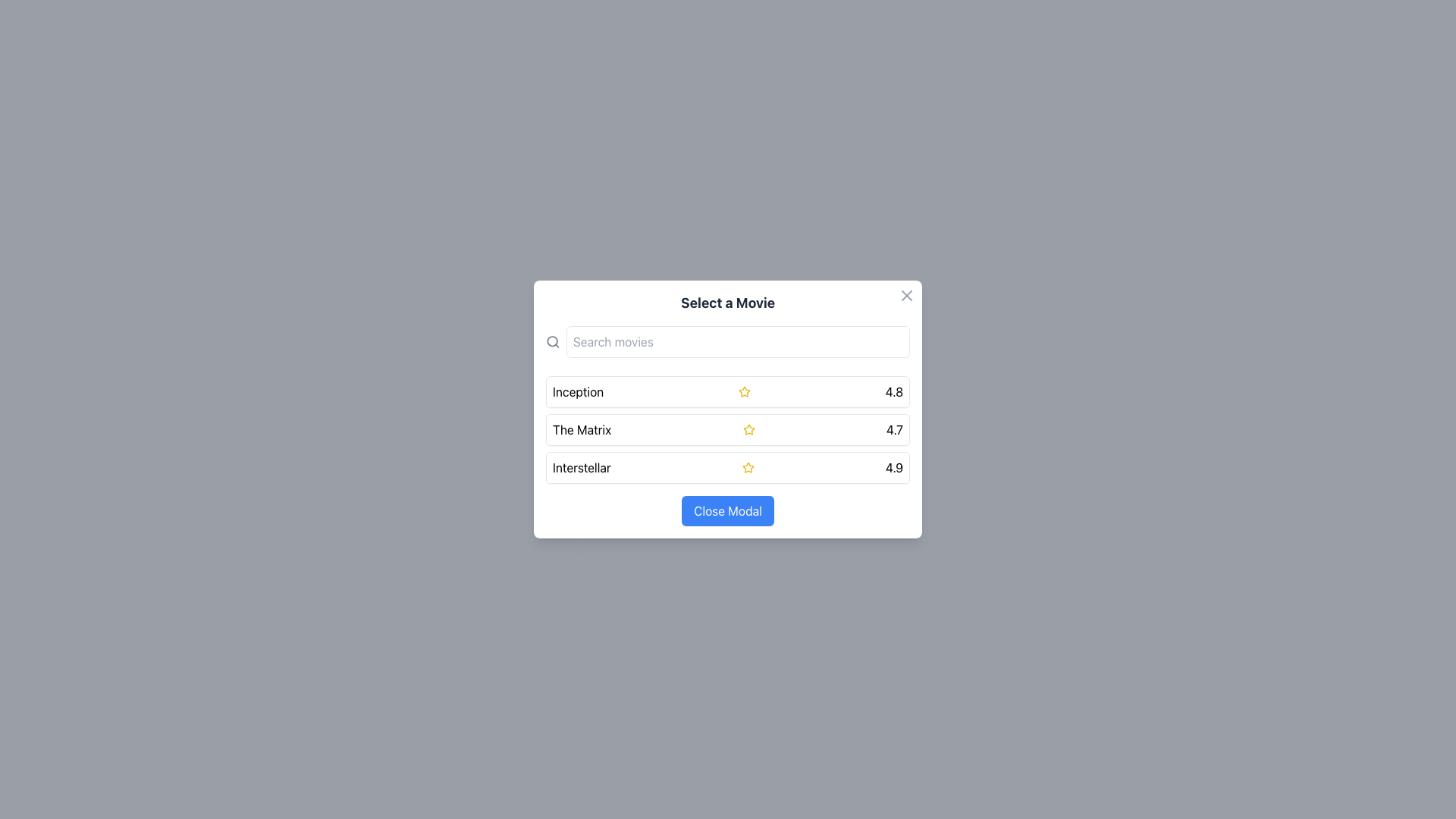 Image resolution: width=1456 pixels, height=819 pixels. What do you see at coordinates (551, 341) in the screenshot?
I see `the circular part of the search icon located on the left side of the input field in the 'Select a Movie' popup dialog` at bounding box center [551, 341].